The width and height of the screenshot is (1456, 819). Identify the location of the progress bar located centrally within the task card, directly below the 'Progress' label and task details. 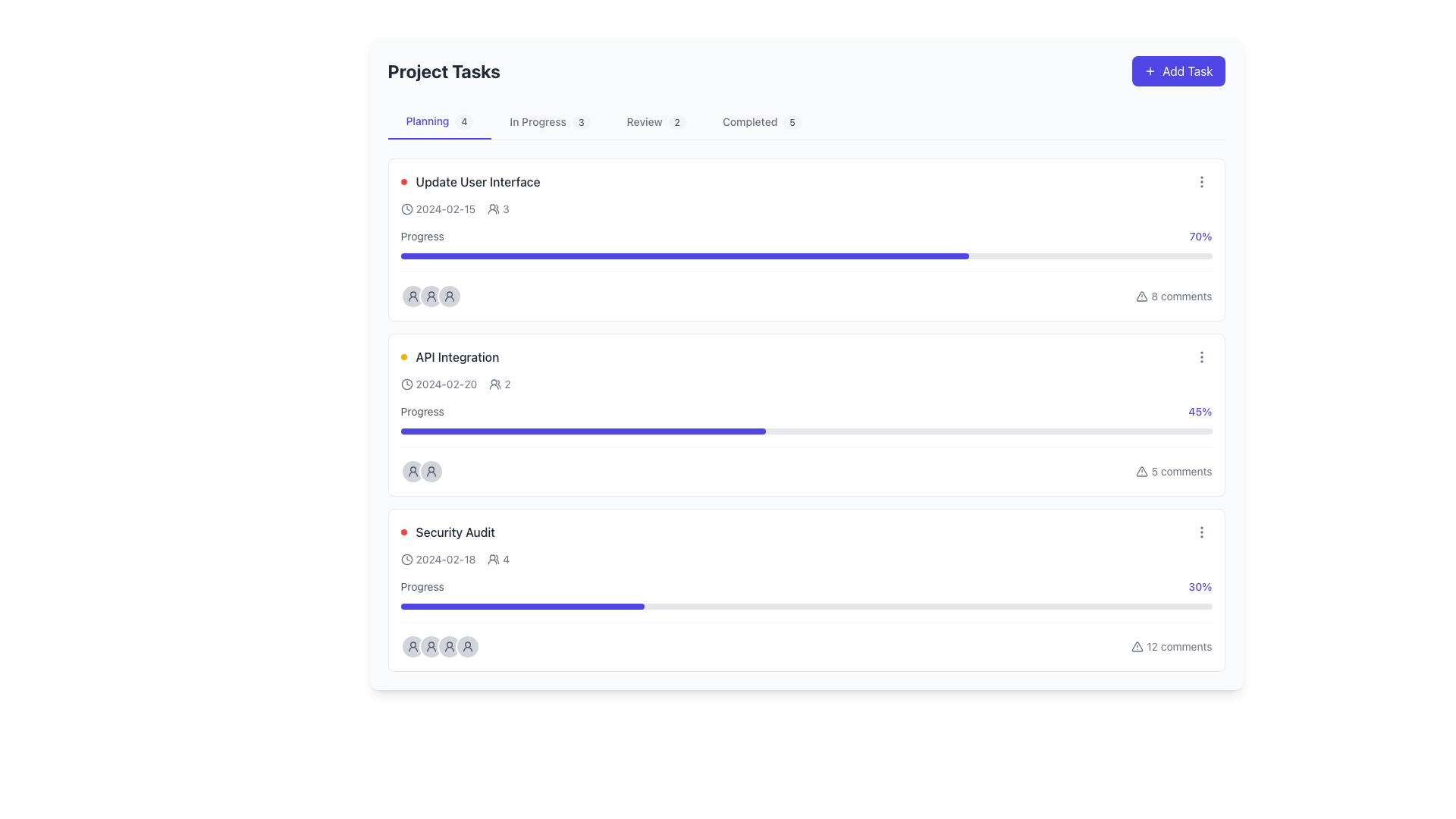
(805, 256).